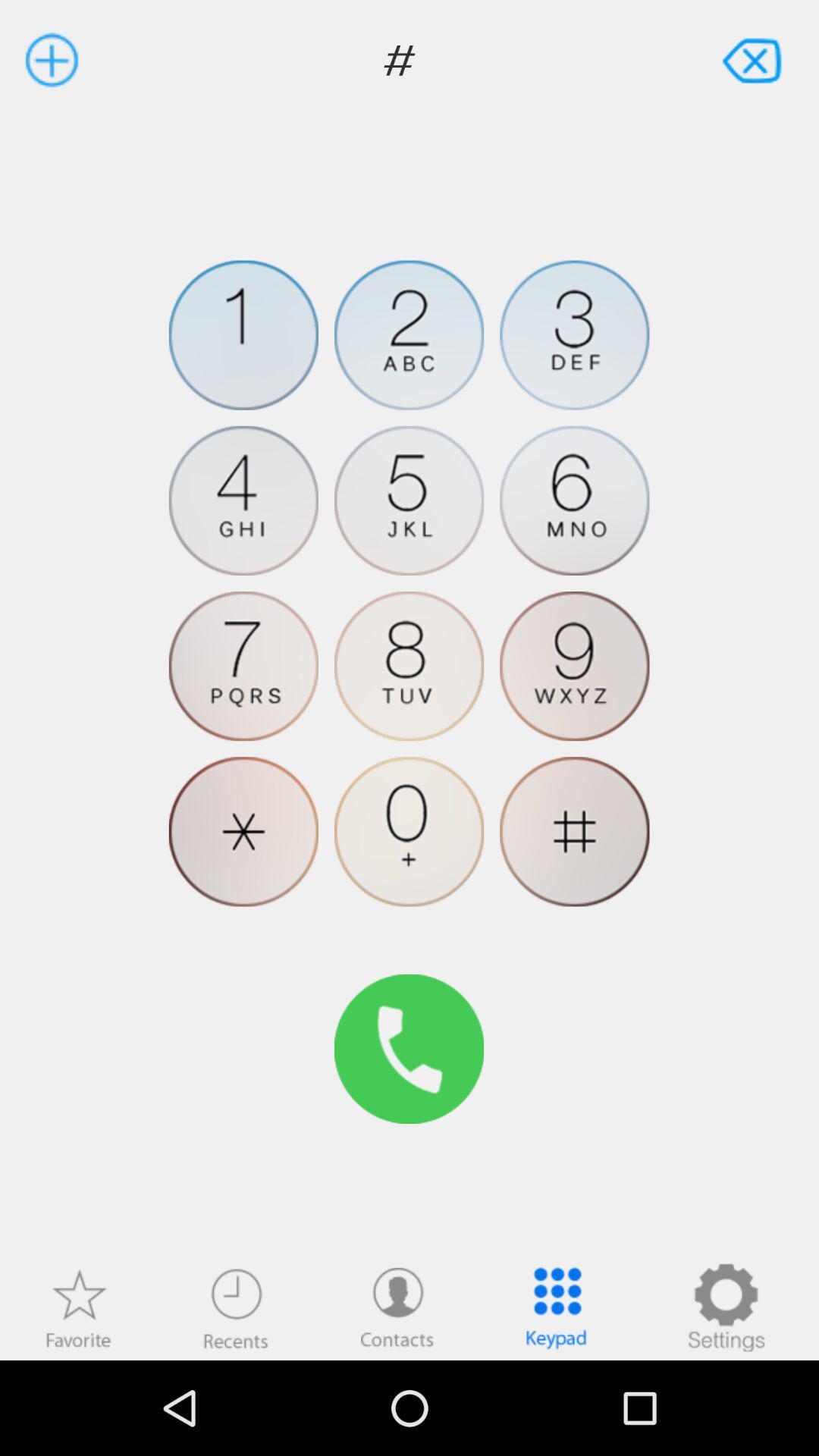 The width and height of the screenshot is (819, 1456). What do you see at coordinates (574, 334) in the screenshot?
I see `item below the # app` at bounding box center [574, 334].